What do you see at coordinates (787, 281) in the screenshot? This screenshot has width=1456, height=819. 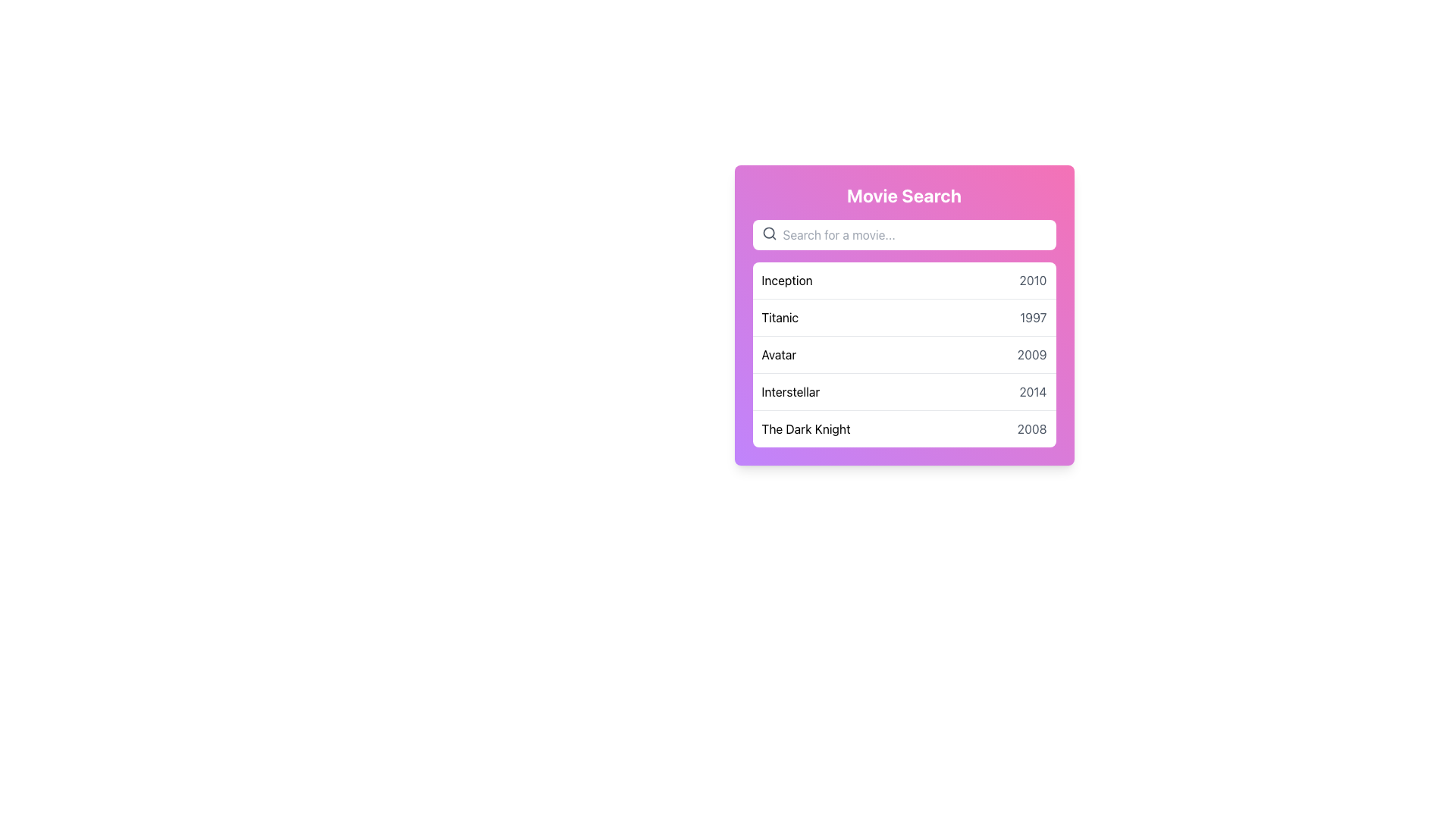 I see `the text label displaying 'Inception' in a bold font, which is the first item in a vertical list within a card layout` at bounding box center [787, 281].